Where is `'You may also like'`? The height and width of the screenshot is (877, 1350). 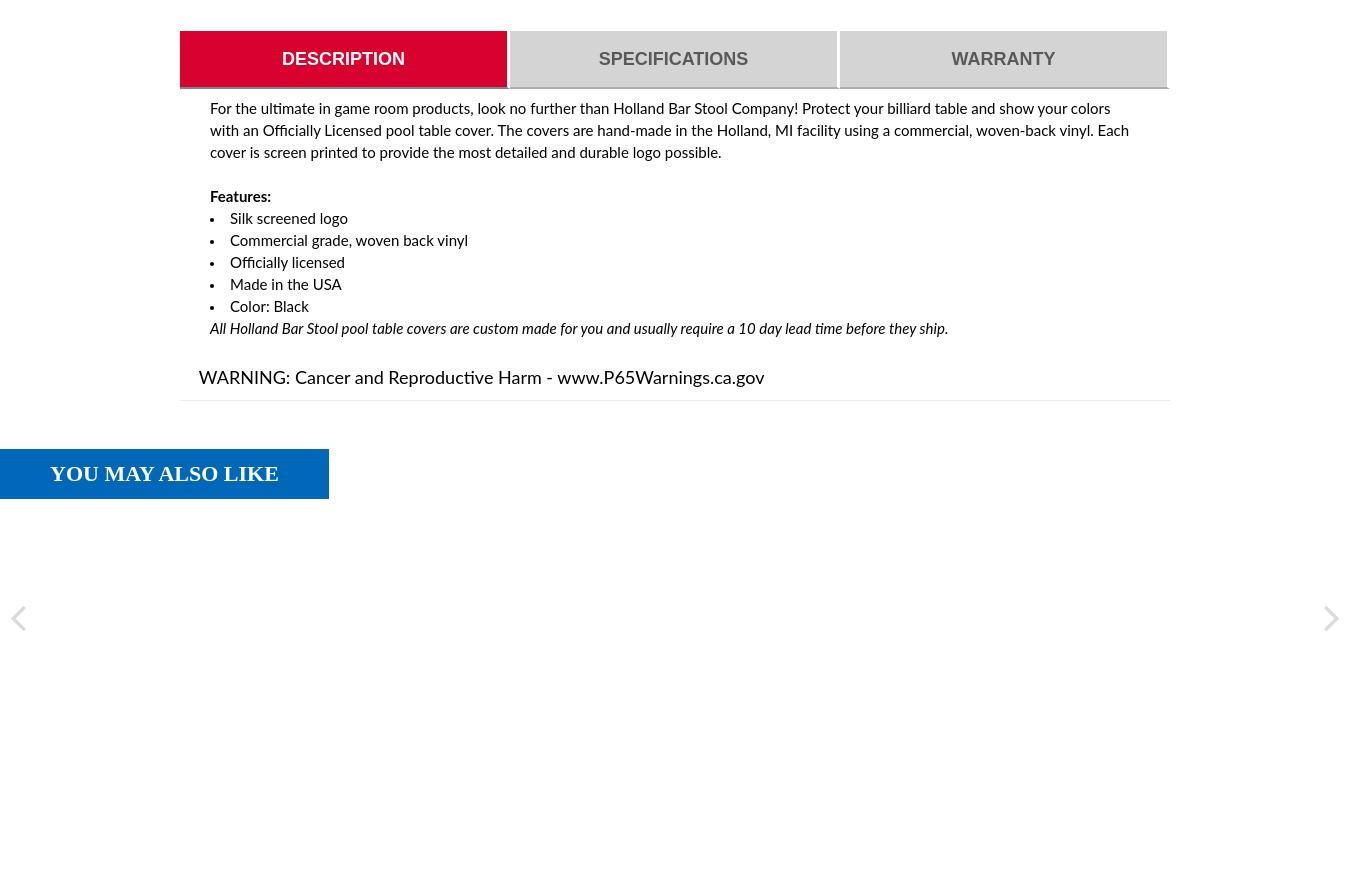
'You may also like' is located at coordinates (164, 472).